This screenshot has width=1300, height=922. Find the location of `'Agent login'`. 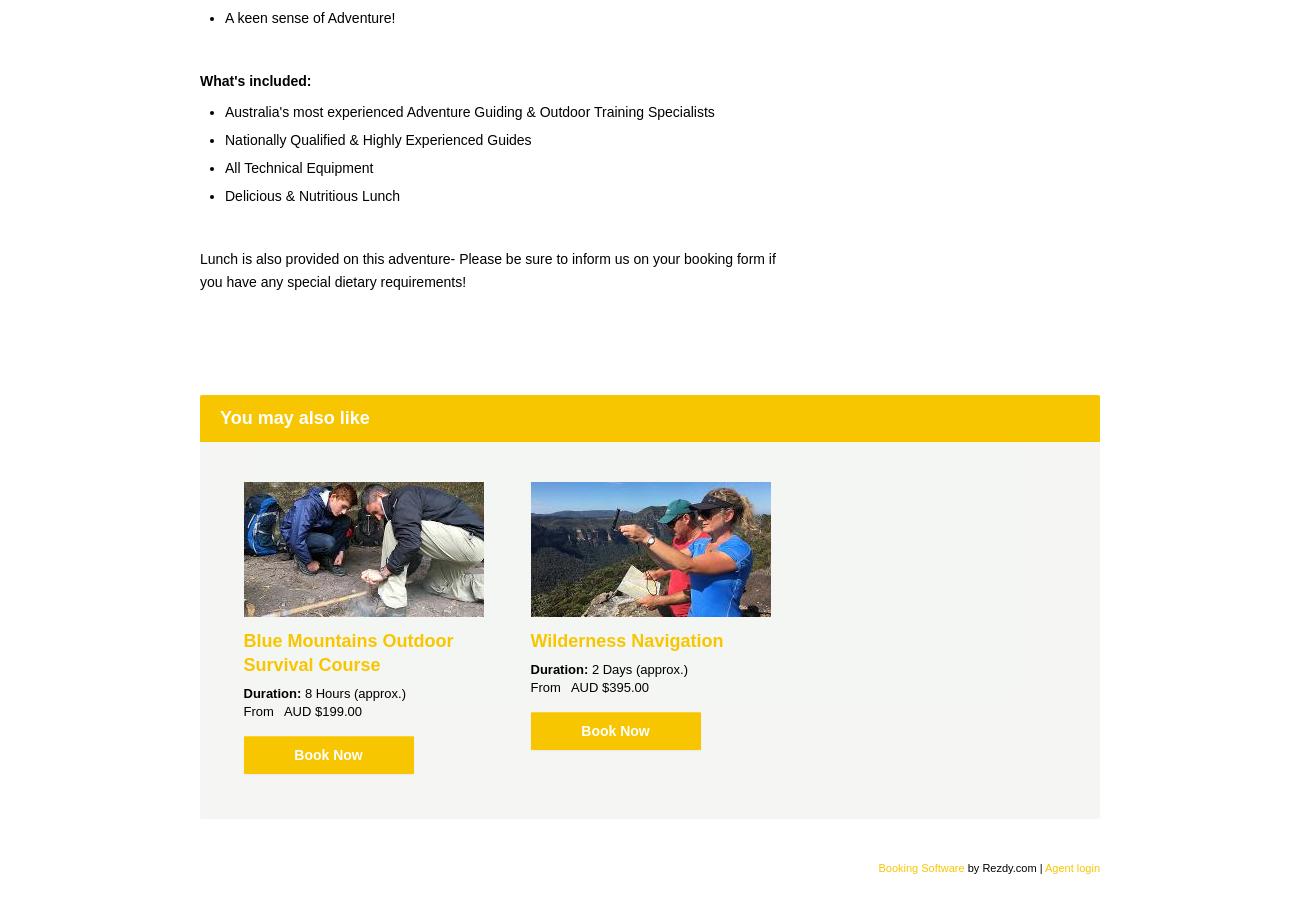

'Agent login' is located at coordinates (1071, 865).